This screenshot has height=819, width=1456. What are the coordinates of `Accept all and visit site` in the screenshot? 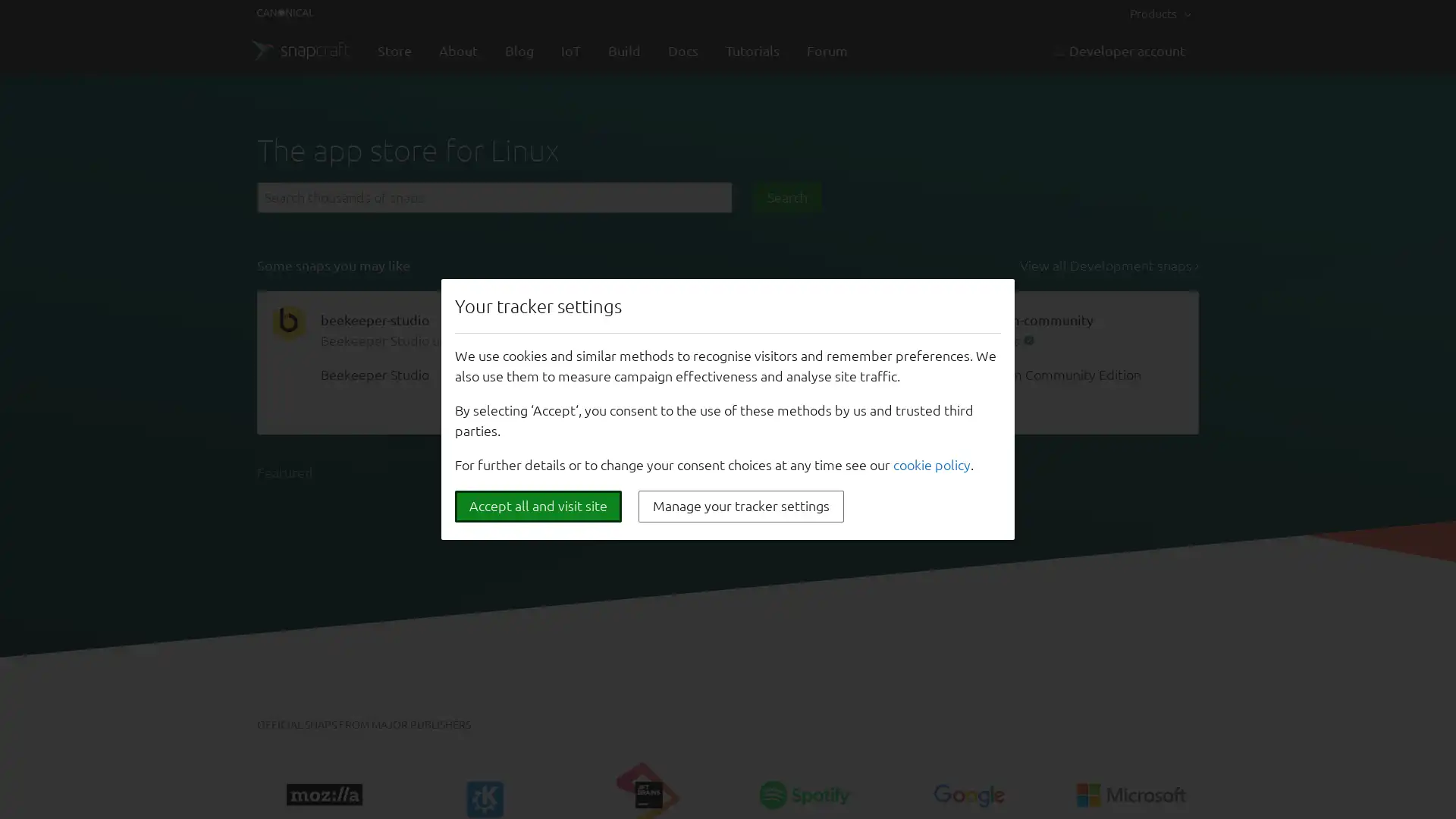 It's located at (538, 506).